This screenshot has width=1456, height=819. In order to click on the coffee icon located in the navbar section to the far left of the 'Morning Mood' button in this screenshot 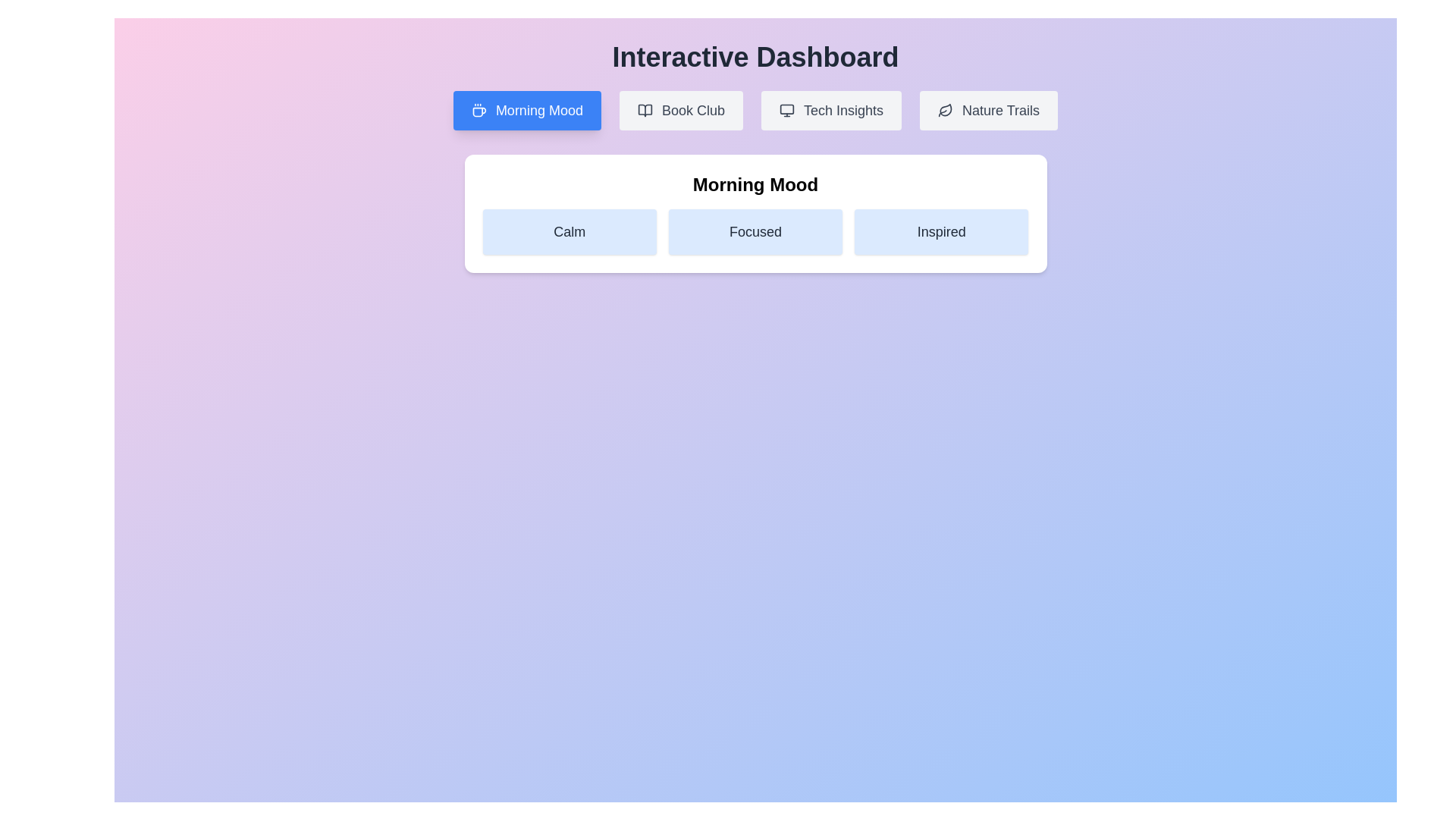, I will do `click(478, 110)`.